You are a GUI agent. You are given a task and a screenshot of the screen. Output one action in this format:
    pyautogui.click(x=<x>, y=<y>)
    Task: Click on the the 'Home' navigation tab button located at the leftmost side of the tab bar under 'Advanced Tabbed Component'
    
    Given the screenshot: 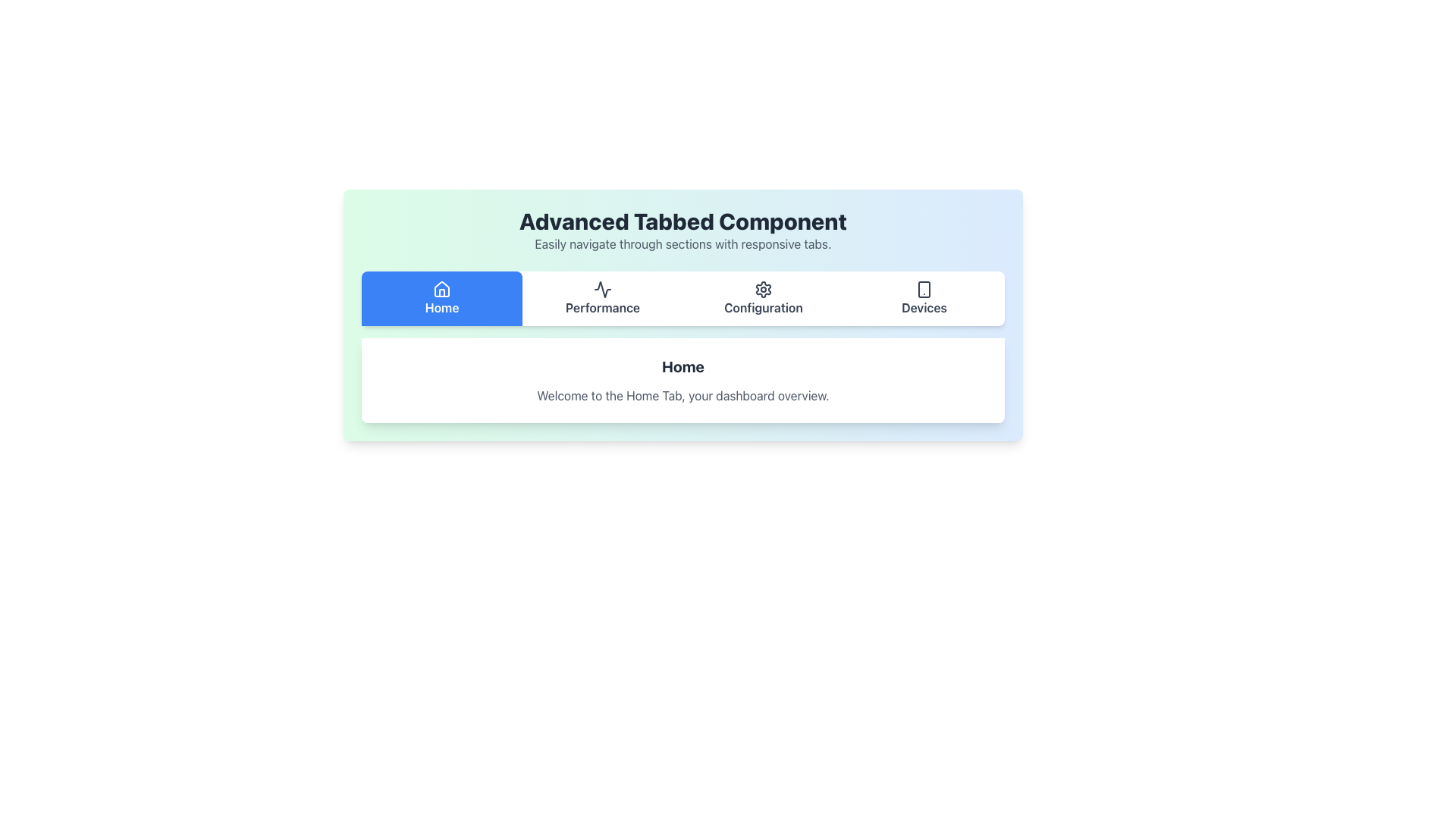 What is the action you would take?
    pyautogui.click(x=441, y=298)
    